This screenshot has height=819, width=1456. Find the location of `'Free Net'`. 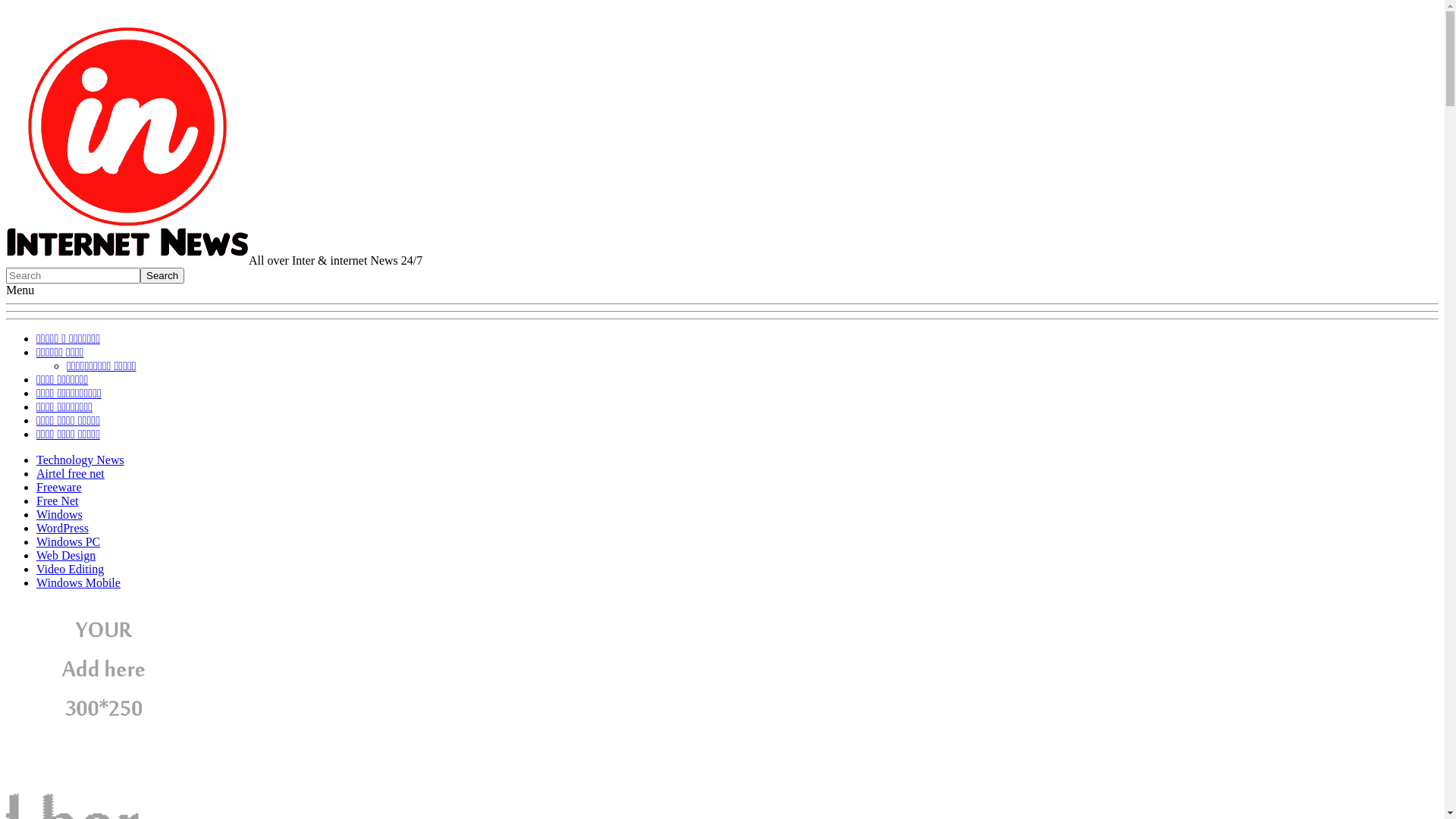

'Free Net' is located at coordinates (58, 500).